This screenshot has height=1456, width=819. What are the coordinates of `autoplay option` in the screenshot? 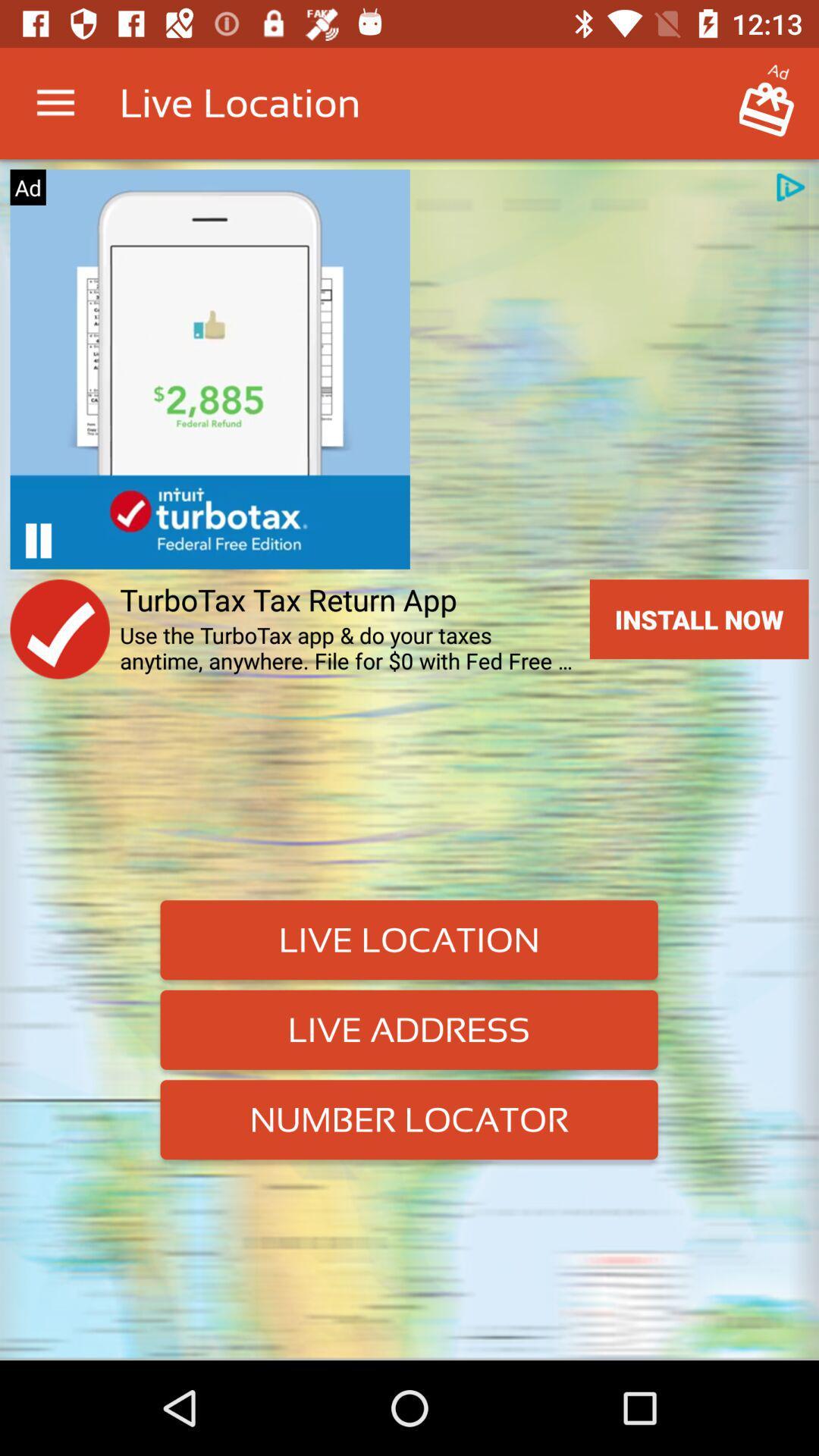 It's located at (37, 541).